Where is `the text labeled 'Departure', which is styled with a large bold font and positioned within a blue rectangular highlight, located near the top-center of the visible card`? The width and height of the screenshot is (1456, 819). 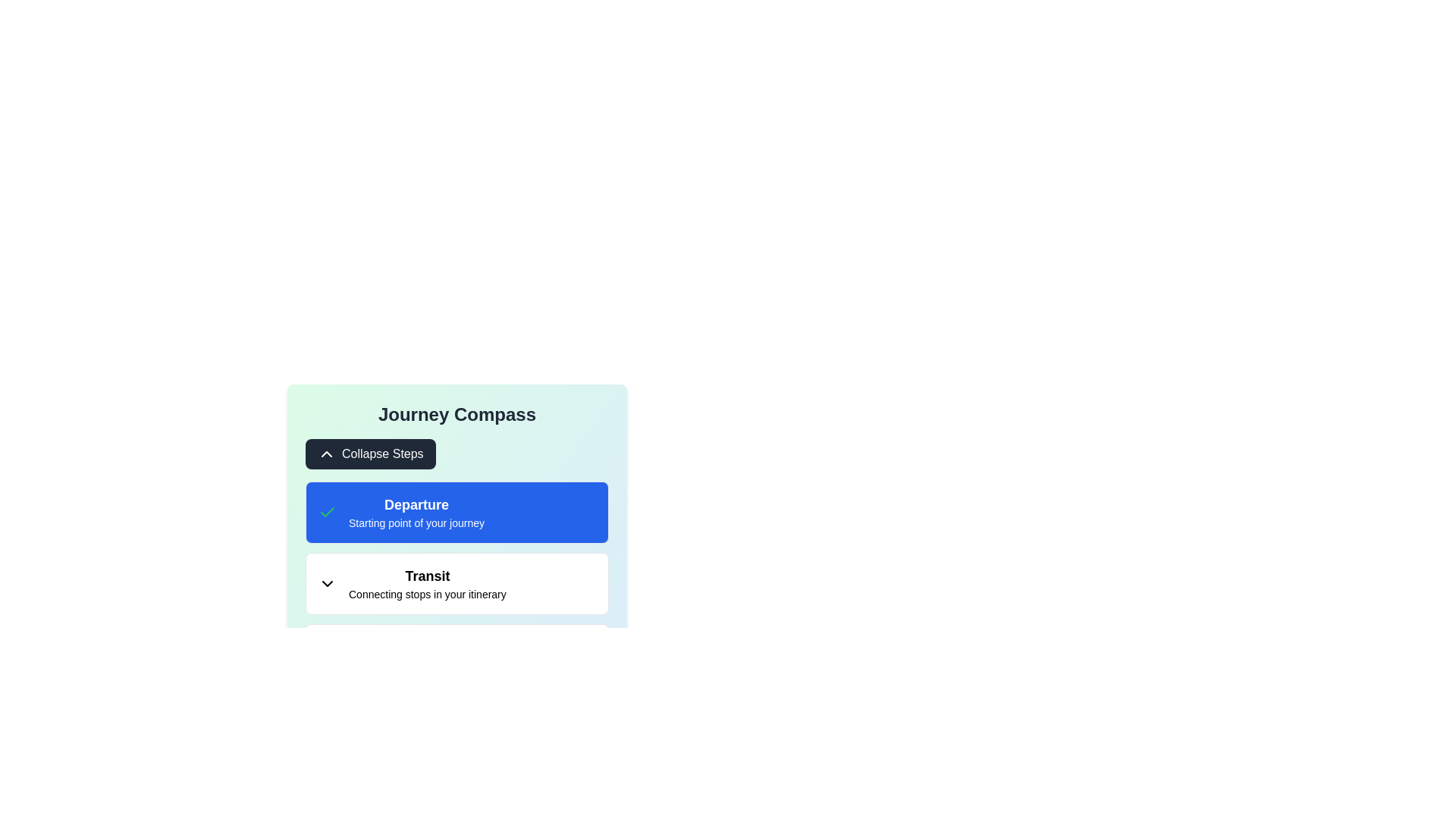 the text labeled 'Departure', which is styled with a large bold font and positioned within a blue rectangular highlight, located near the top-center of the visible card is located at coordinates (416, 505).